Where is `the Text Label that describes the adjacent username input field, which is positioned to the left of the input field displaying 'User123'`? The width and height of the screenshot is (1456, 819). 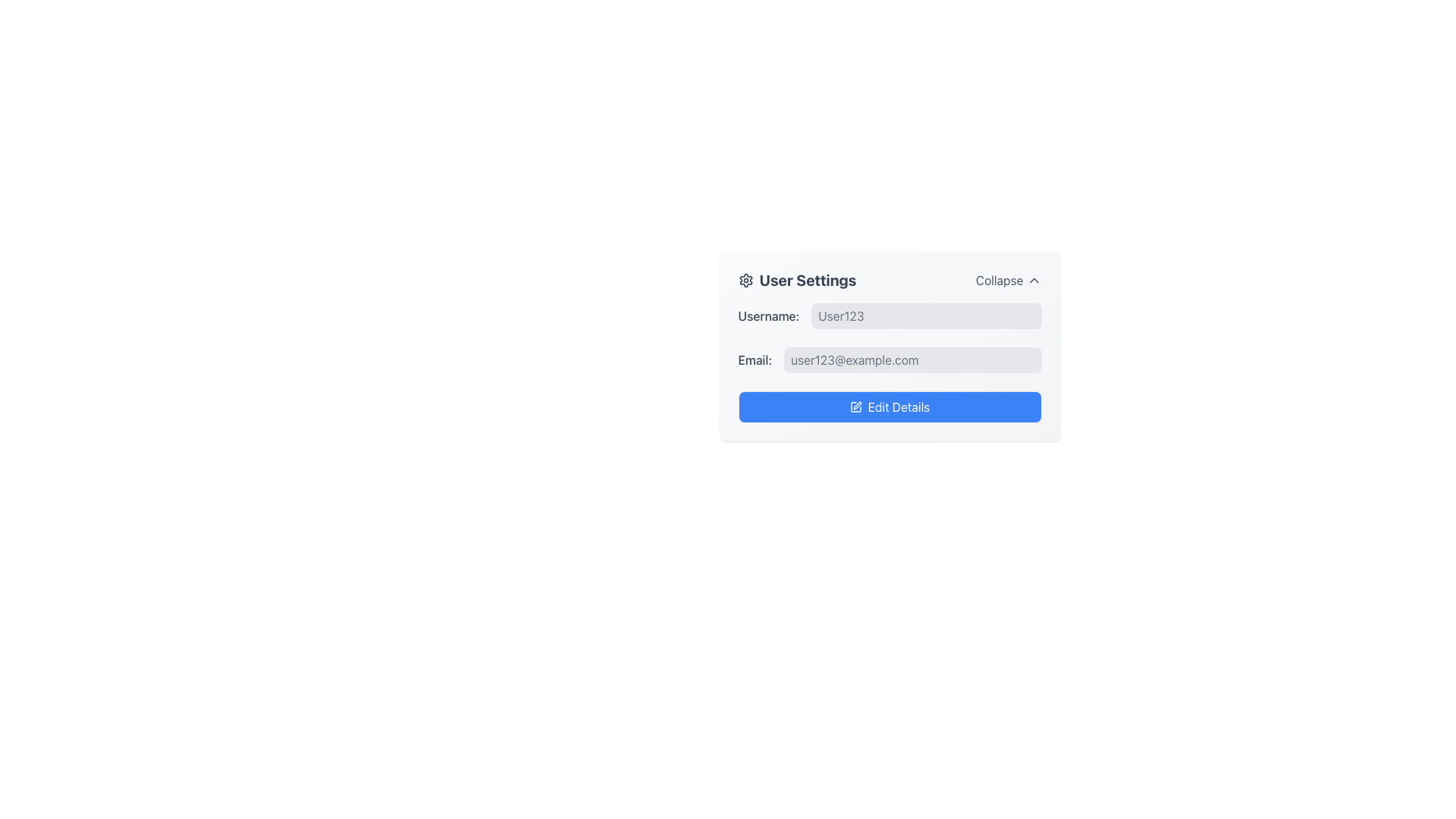 the Text Label that describes the adjacent username input field, which is positioned to the left of the input field displaying 'User123' is located at coordinates (768, 315).